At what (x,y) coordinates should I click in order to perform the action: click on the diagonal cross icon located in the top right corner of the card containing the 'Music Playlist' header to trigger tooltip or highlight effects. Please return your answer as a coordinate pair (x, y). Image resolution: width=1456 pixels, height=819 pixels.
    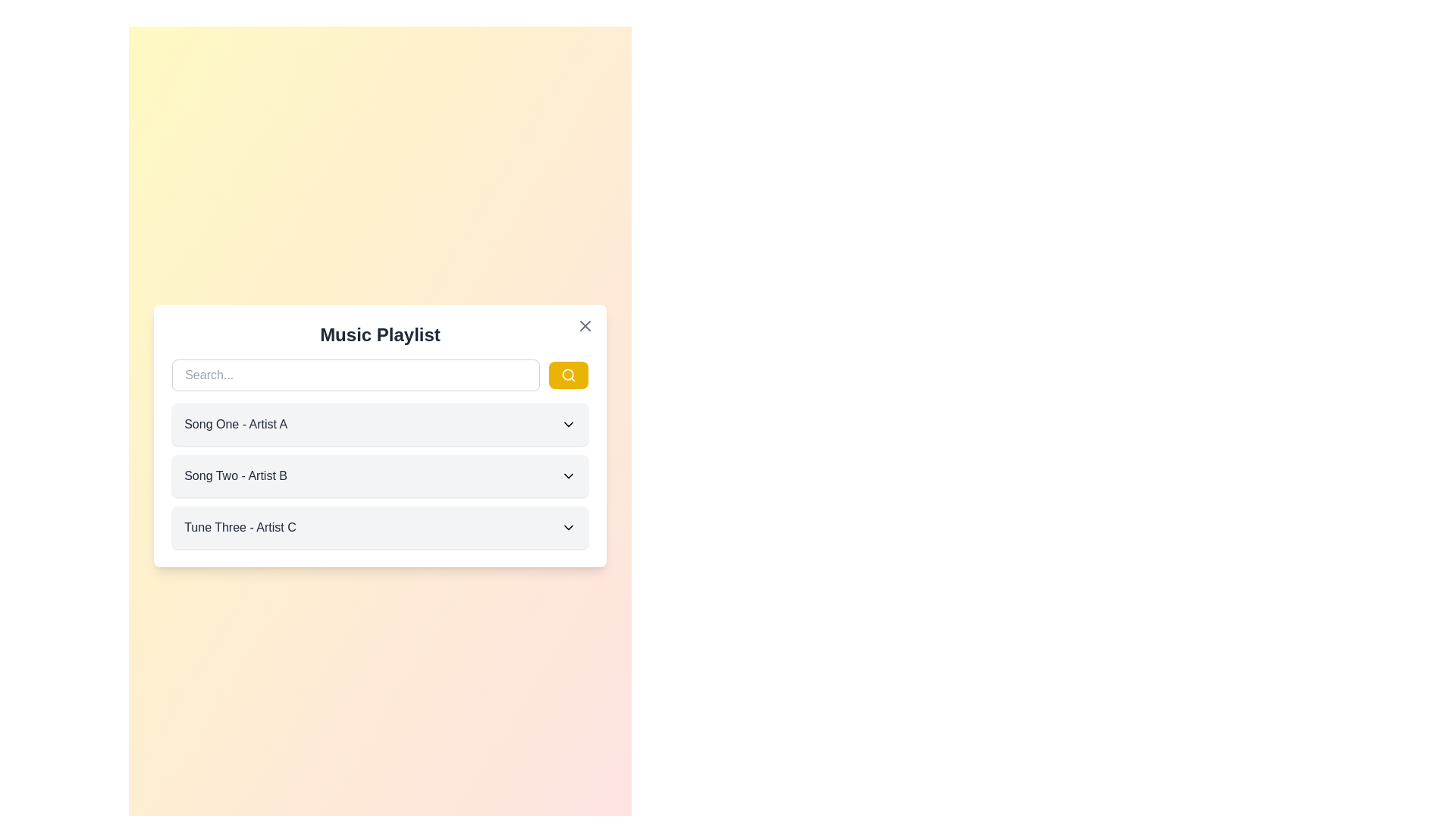
    Looking at the image, I should click on (584, 325).